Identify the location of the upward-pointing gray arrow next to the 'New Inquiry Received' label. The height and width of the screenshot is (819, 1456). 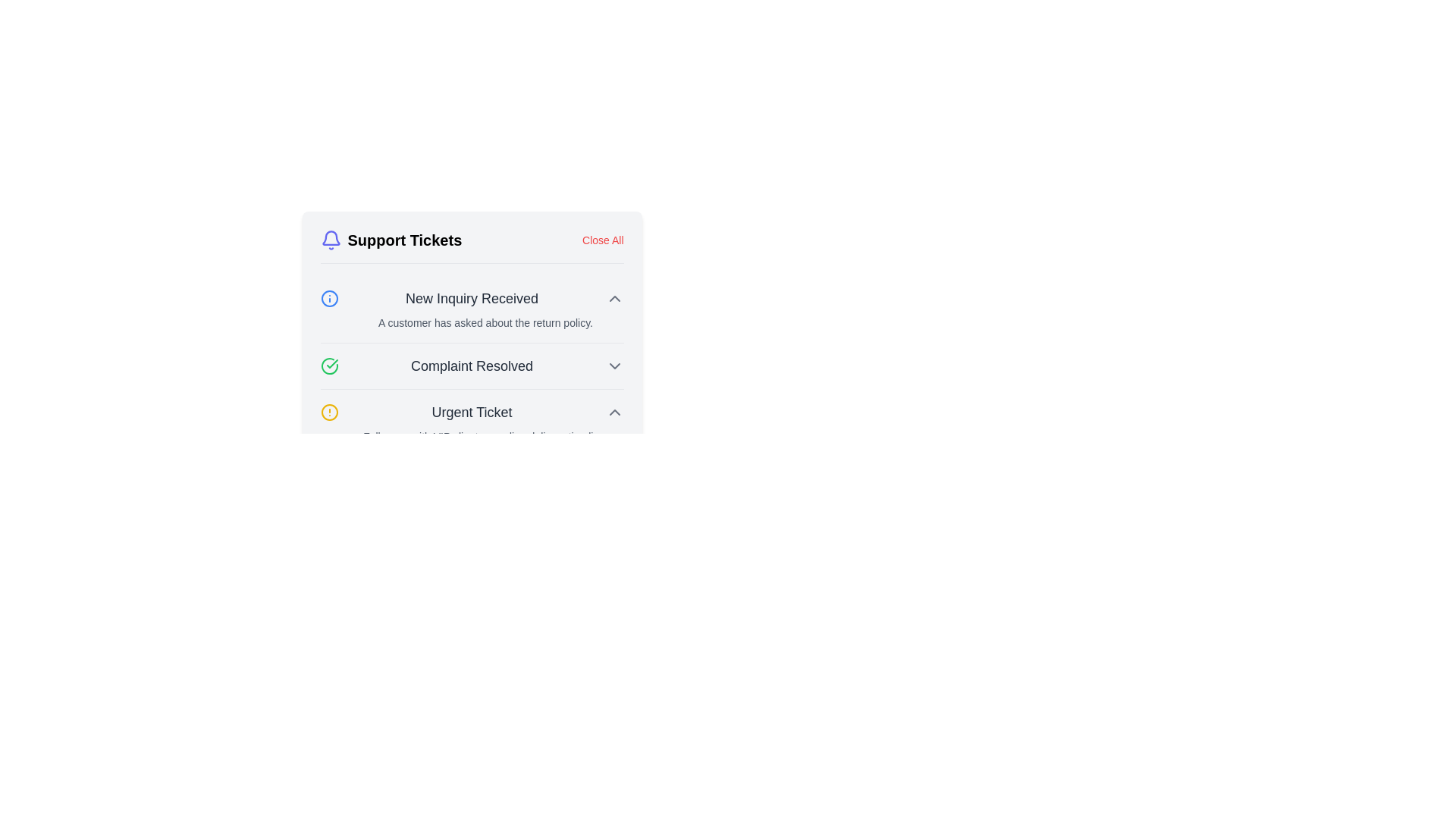
(614, 298).